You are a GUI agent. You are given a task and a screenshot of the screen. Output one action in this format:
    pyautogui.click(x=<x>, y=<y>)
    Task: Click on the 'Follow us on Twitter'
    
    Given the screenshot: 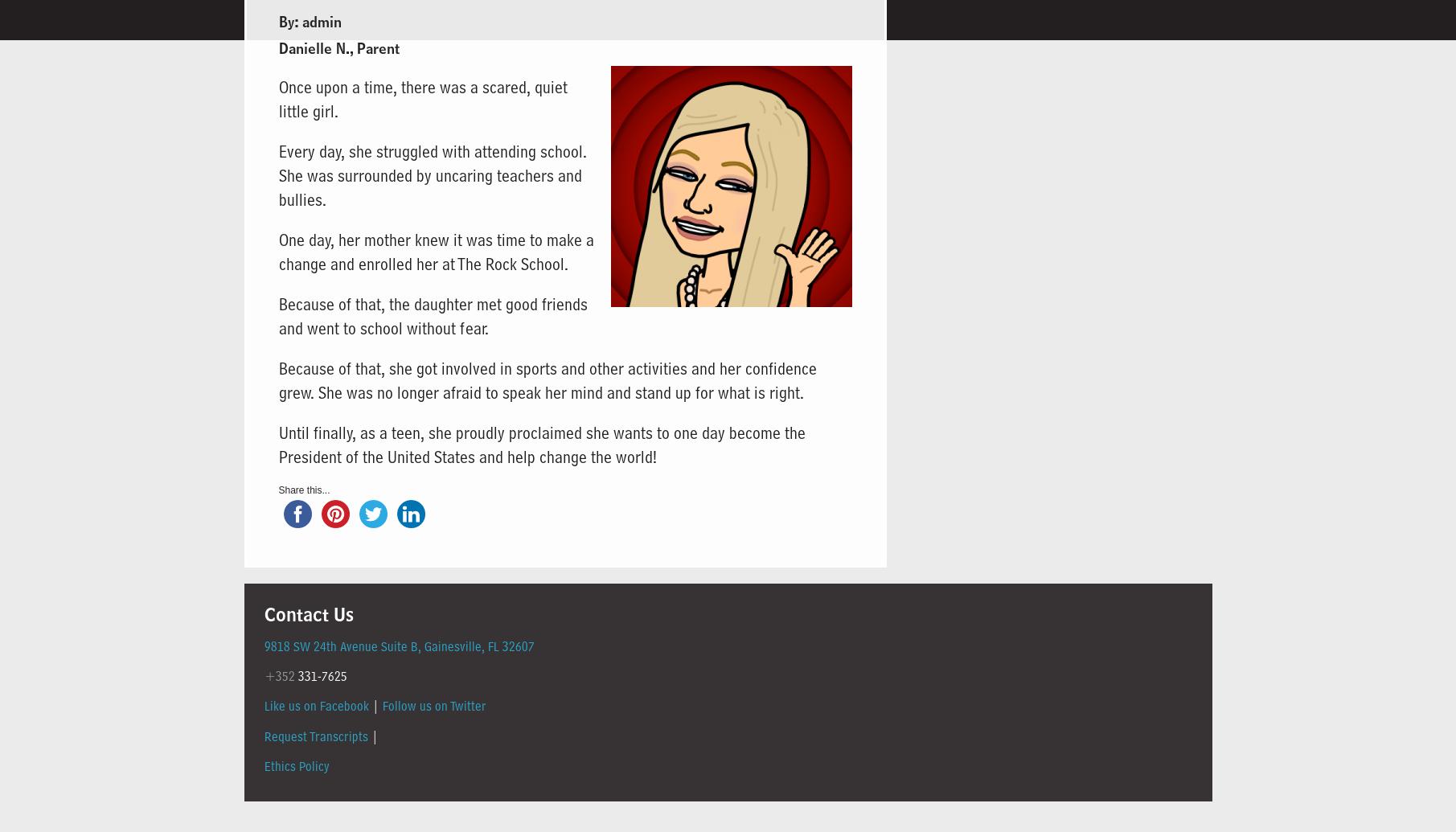 What is the action you would take?
    pyautogui.click(x=433, y=705)
    